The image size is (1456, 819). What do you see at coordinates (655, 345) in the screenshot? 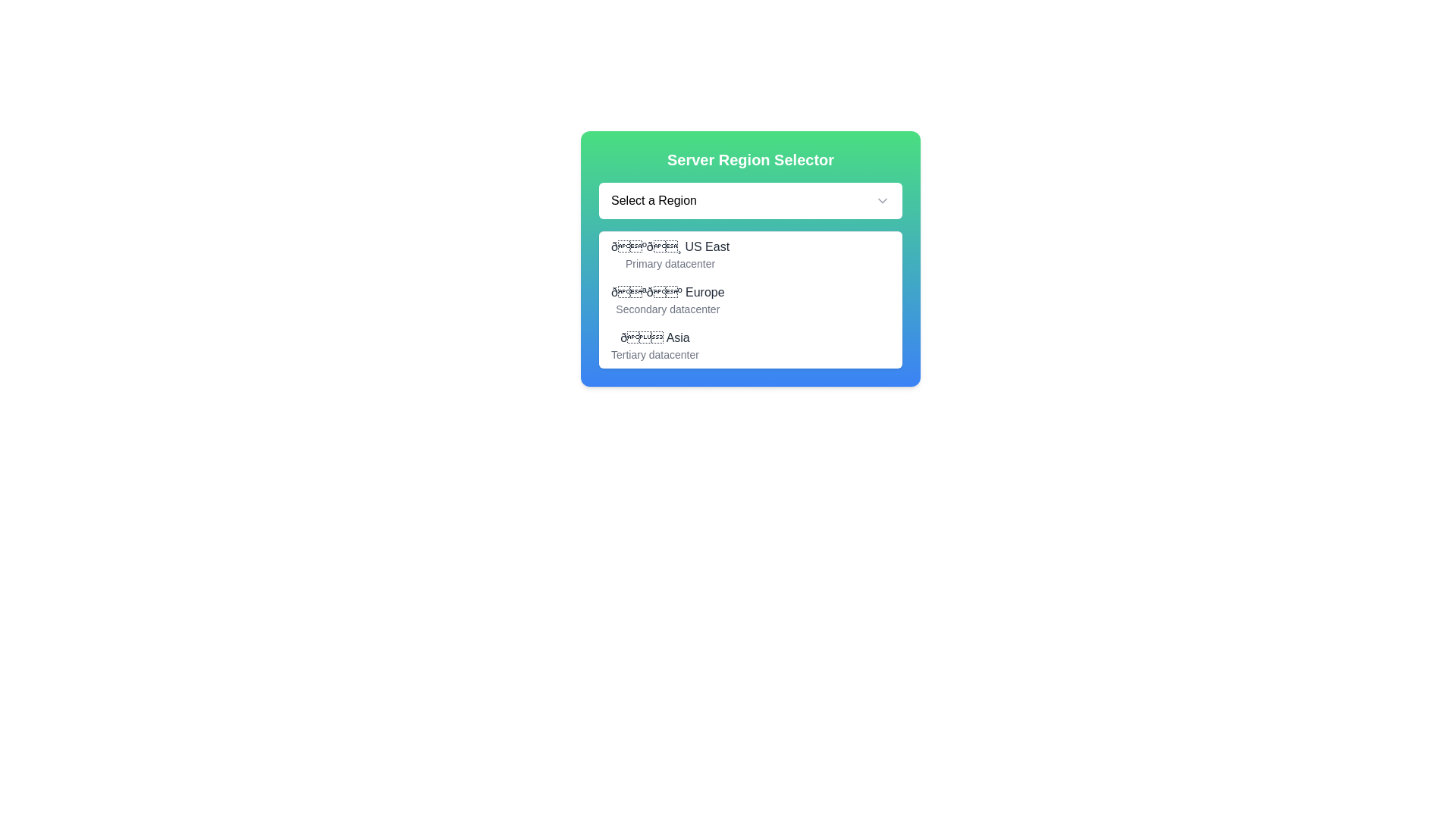
I see `the third option in the dropdown menu for selecting the 'Asia' region, located beneath 'US East' and 'Europe'` at bounding box center [655, 345].